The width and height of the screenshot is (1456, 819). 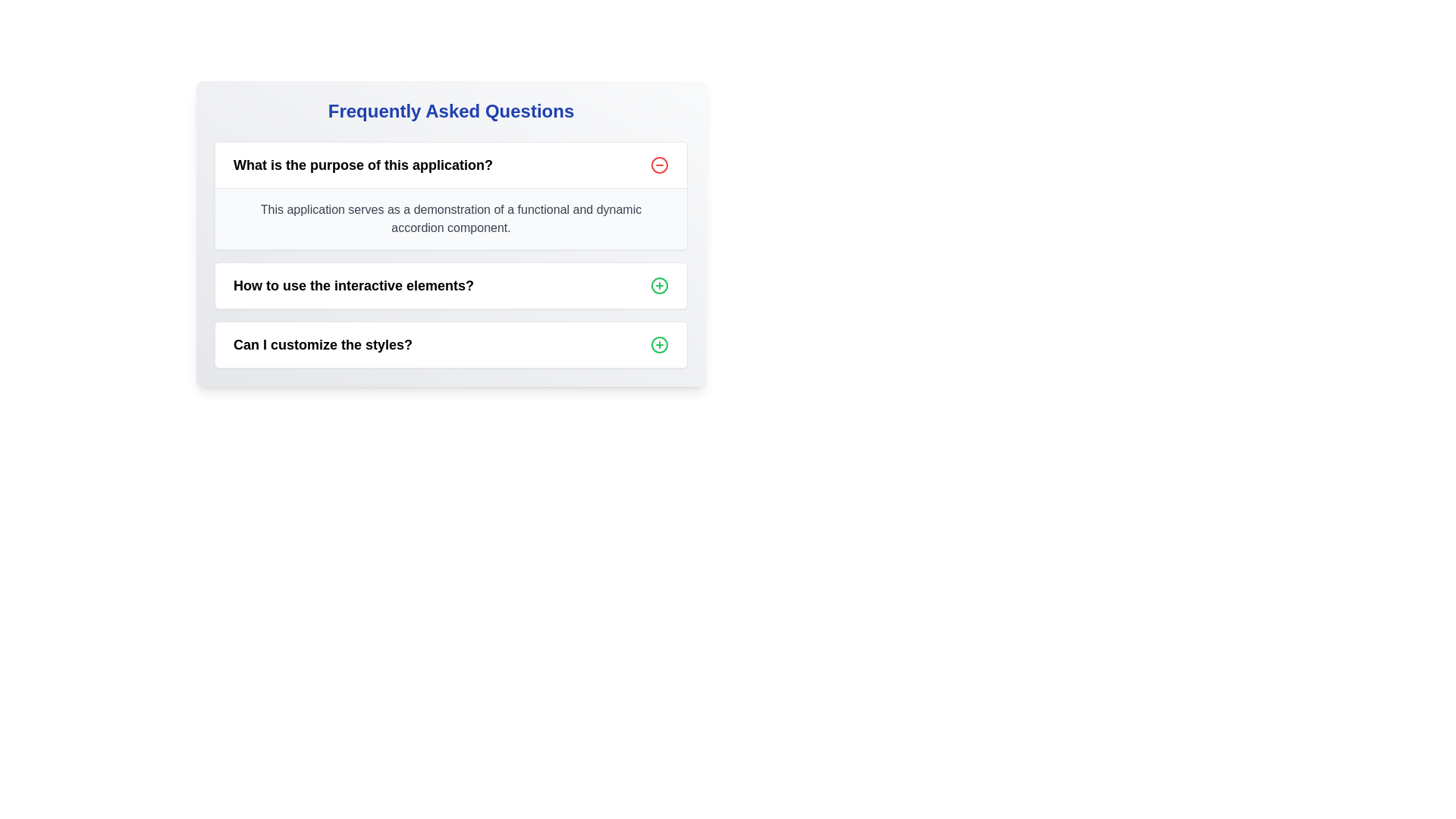 What do you see at coordinates (322, 345) in the screenshot?
I see `the text element that presents a question or label related to styles customization options` at bounding box center [322, 345].